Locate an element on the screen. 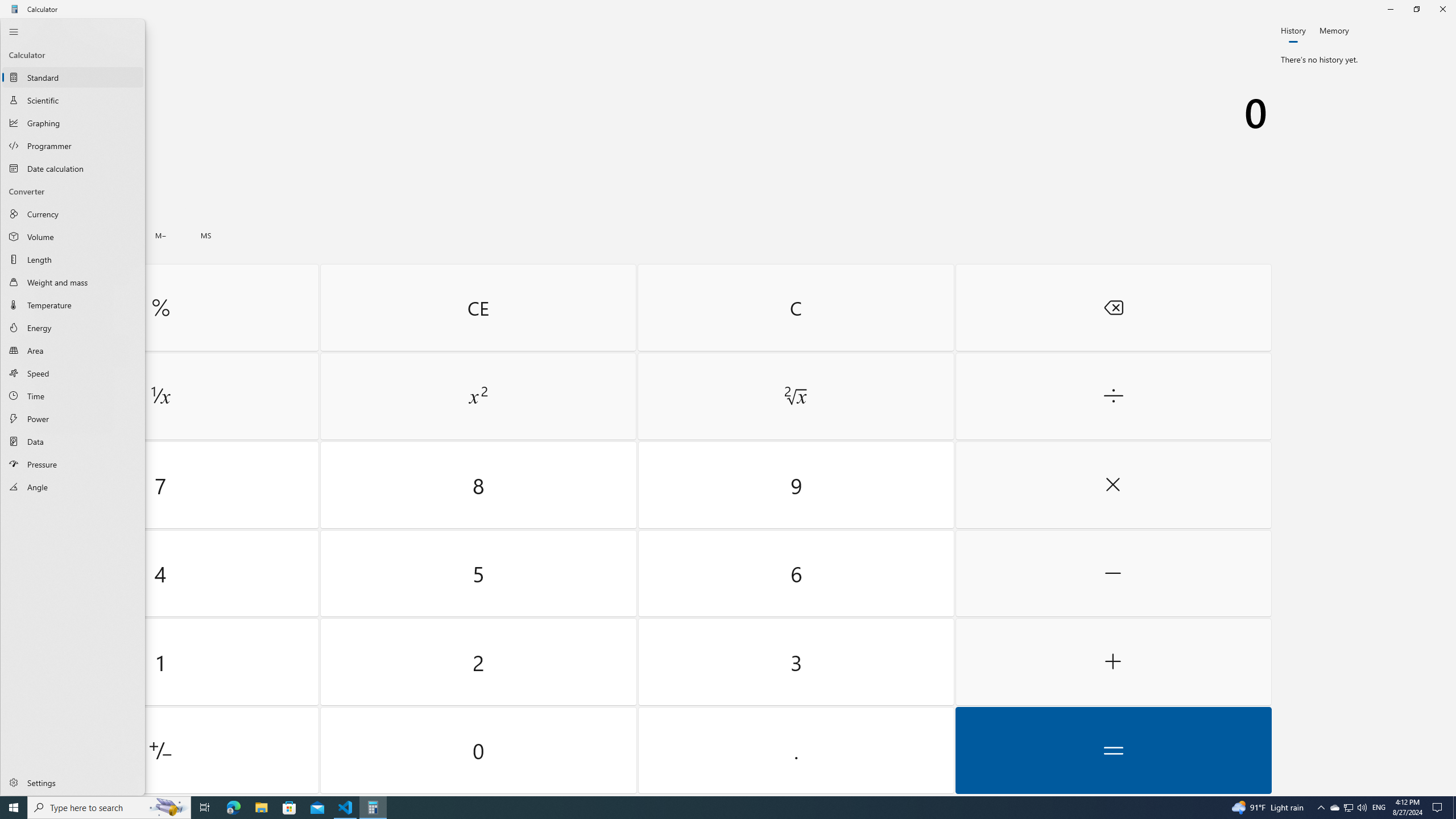  'Close Calculator' is located at coordinates (1442, 9).